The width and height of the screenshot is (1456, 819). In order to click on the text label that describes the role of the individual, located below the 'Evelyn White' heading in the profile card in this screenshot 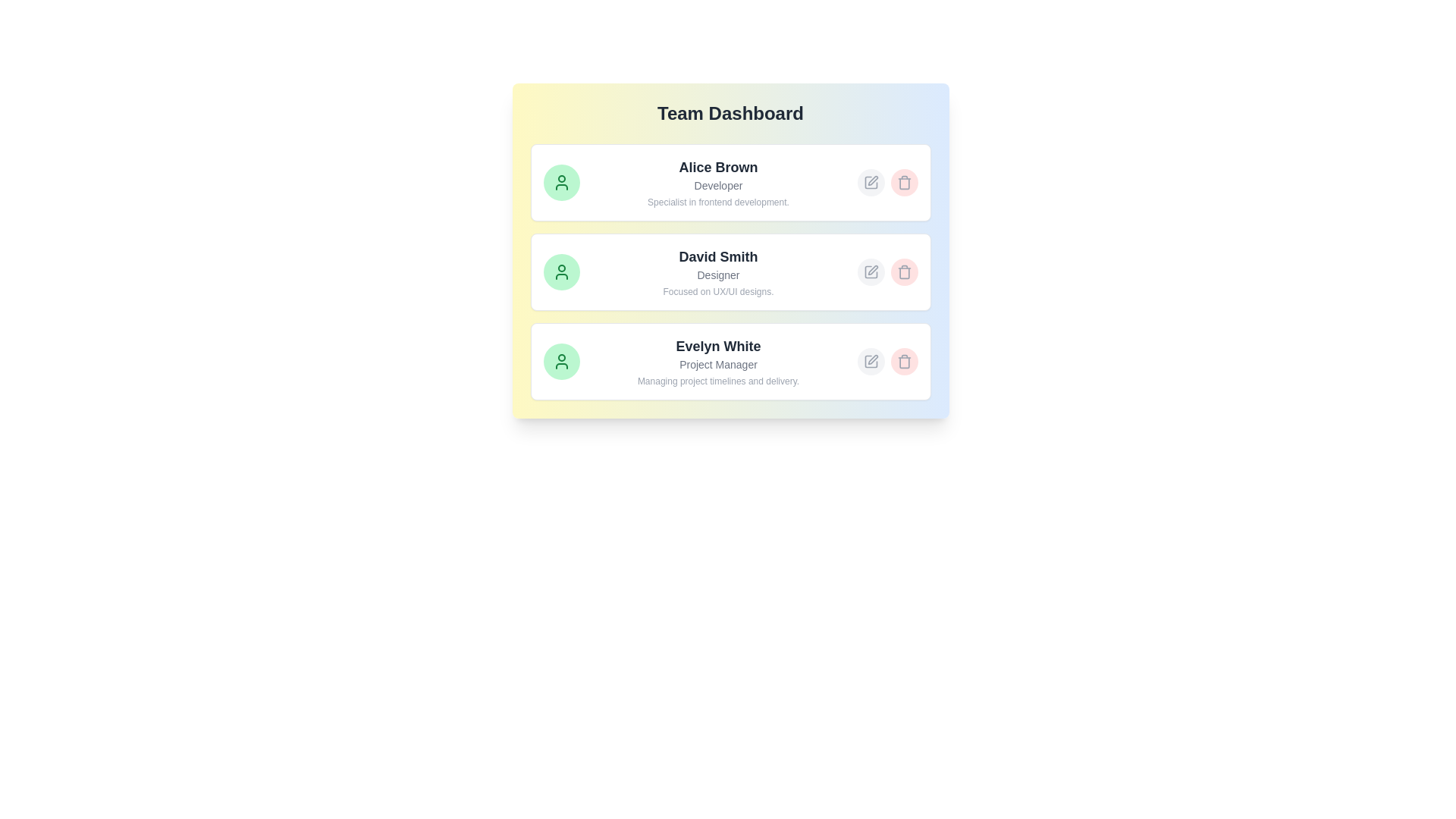, I will do `click(717, 365)`.